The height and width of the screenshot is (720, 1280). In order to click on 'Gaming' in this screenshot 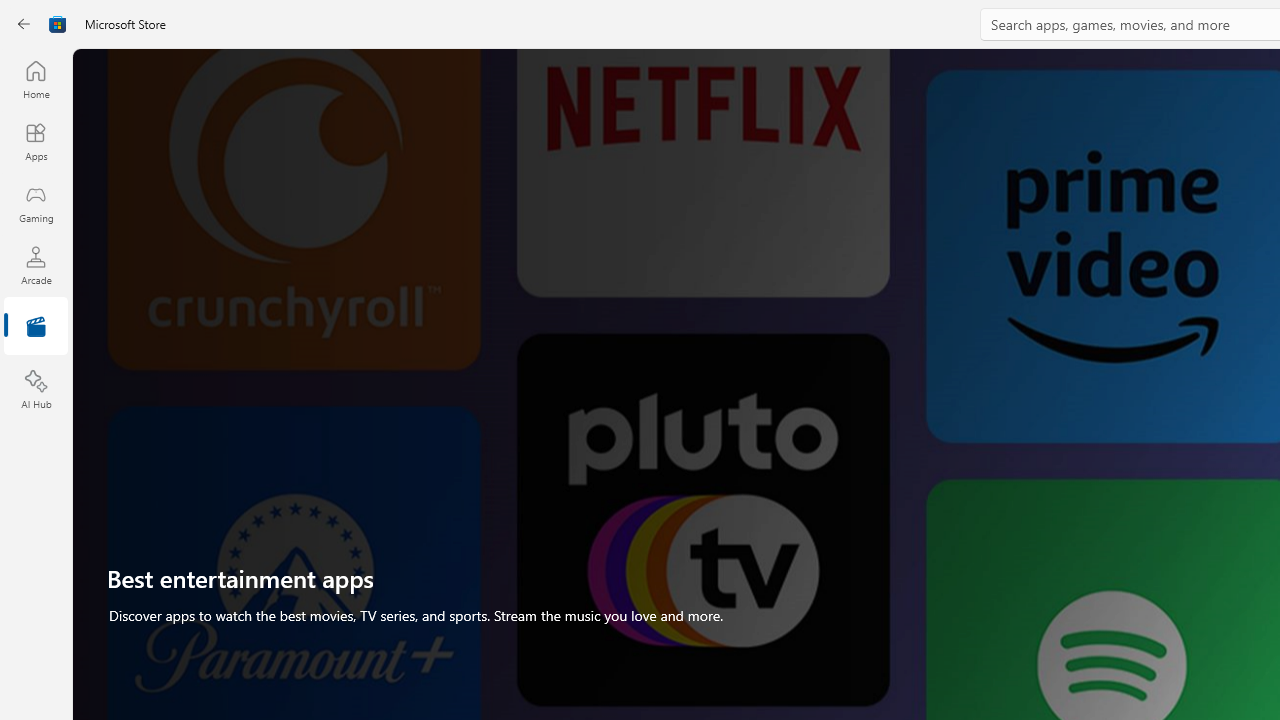, I will do `click(35, 203)`.